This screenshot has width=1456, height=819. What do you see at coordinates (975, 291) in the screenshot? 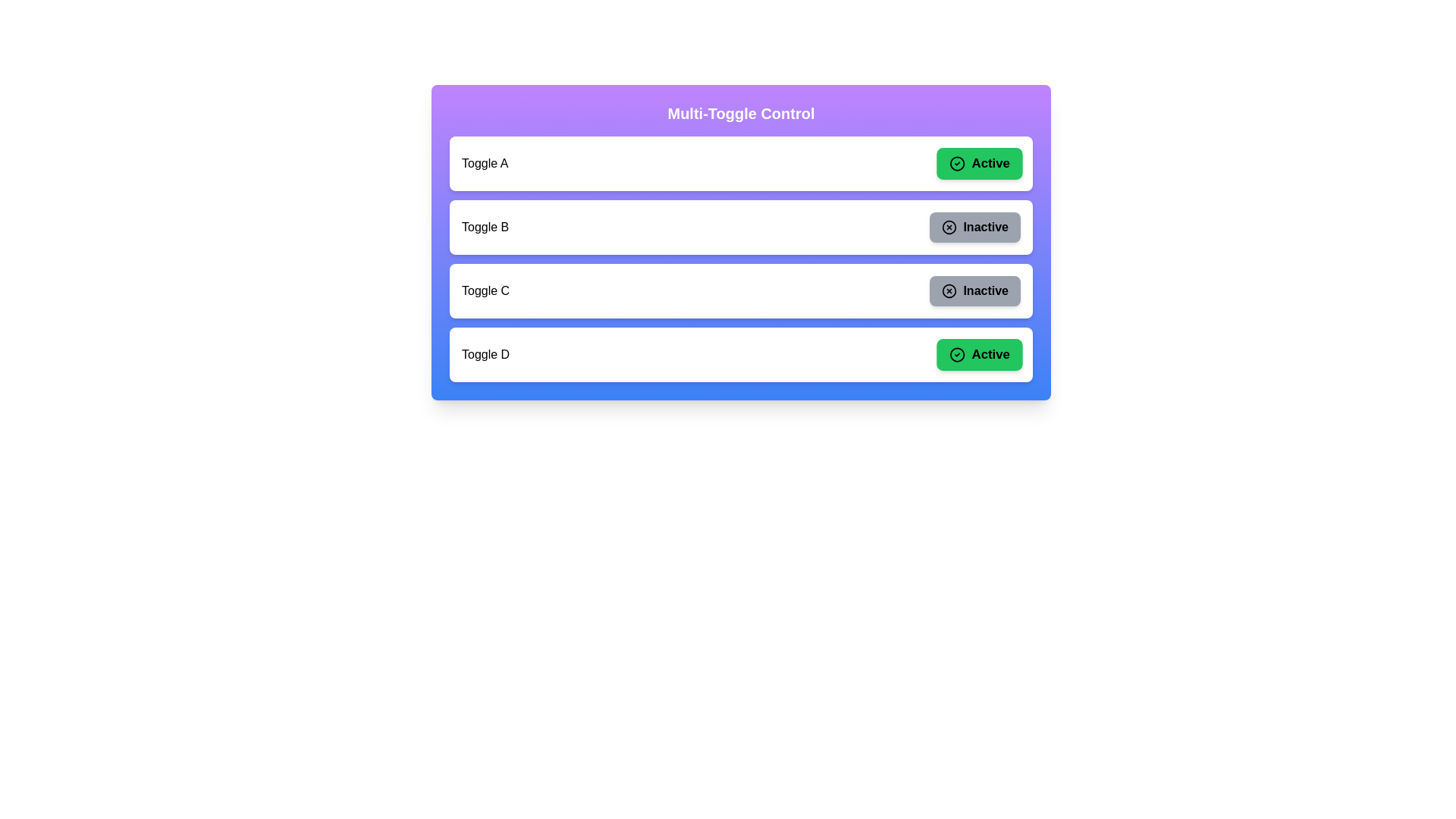
I see `the toggle button located in the 'Toggle C' section` at bounding box center [975, 291].